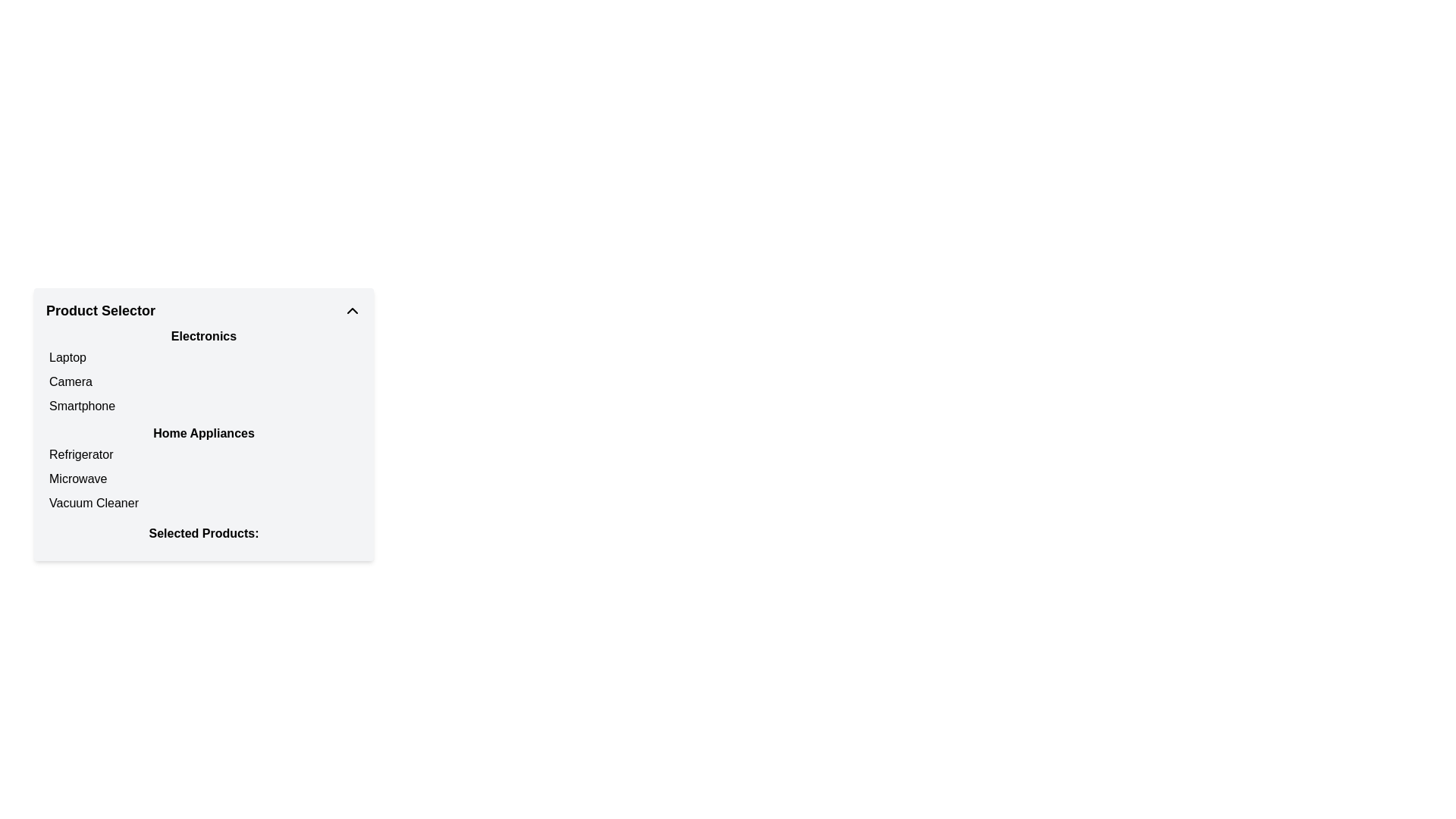 The width and height of the screenshot is (1456, 819). I want to click on the triangular 'chevron up' icon button located at the top-right corner of the 'Product Selector' section, so click(352, 309).